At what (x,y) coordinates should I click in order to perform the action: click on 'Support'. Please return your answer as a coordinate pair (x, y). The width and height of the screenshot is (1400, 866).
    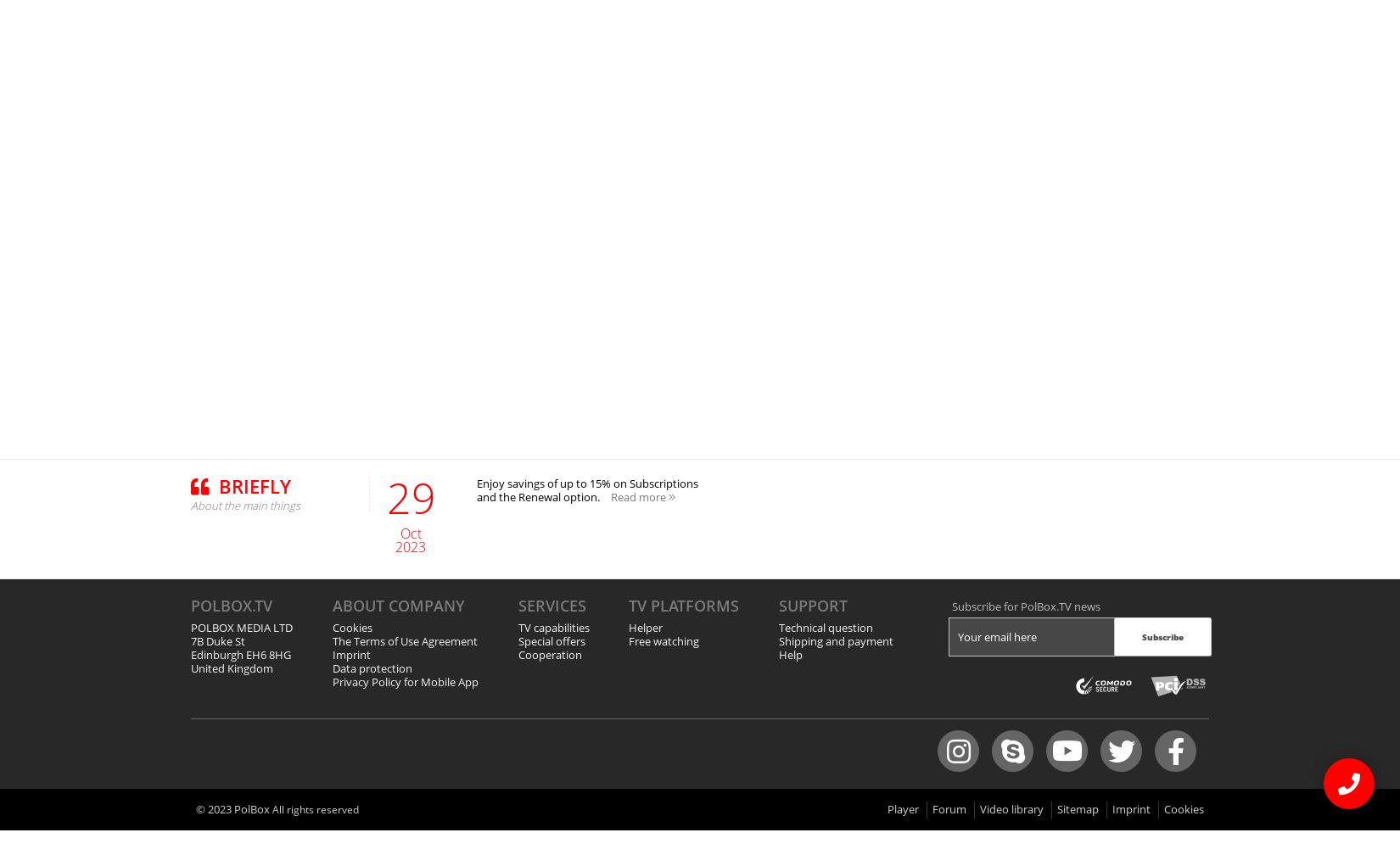
    Looking at the image, I should click on (813, 604).